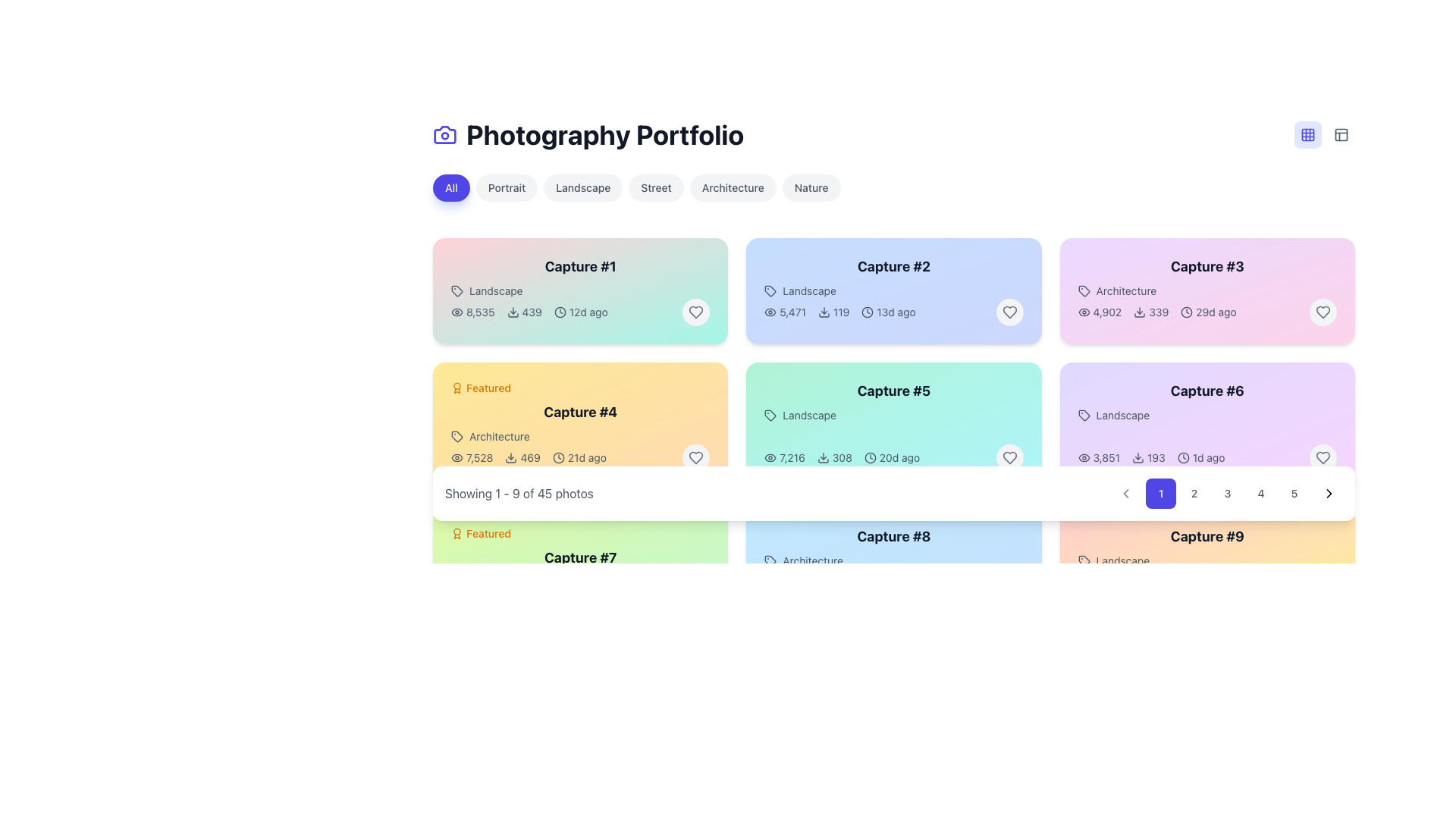 The image size is (1456, 819). I want to click on the clock icon that indicates a timestamp, located next to the '29d ago' text in the bottom-right corner of the card labeled 'Capture #3', so click(1186, 312).